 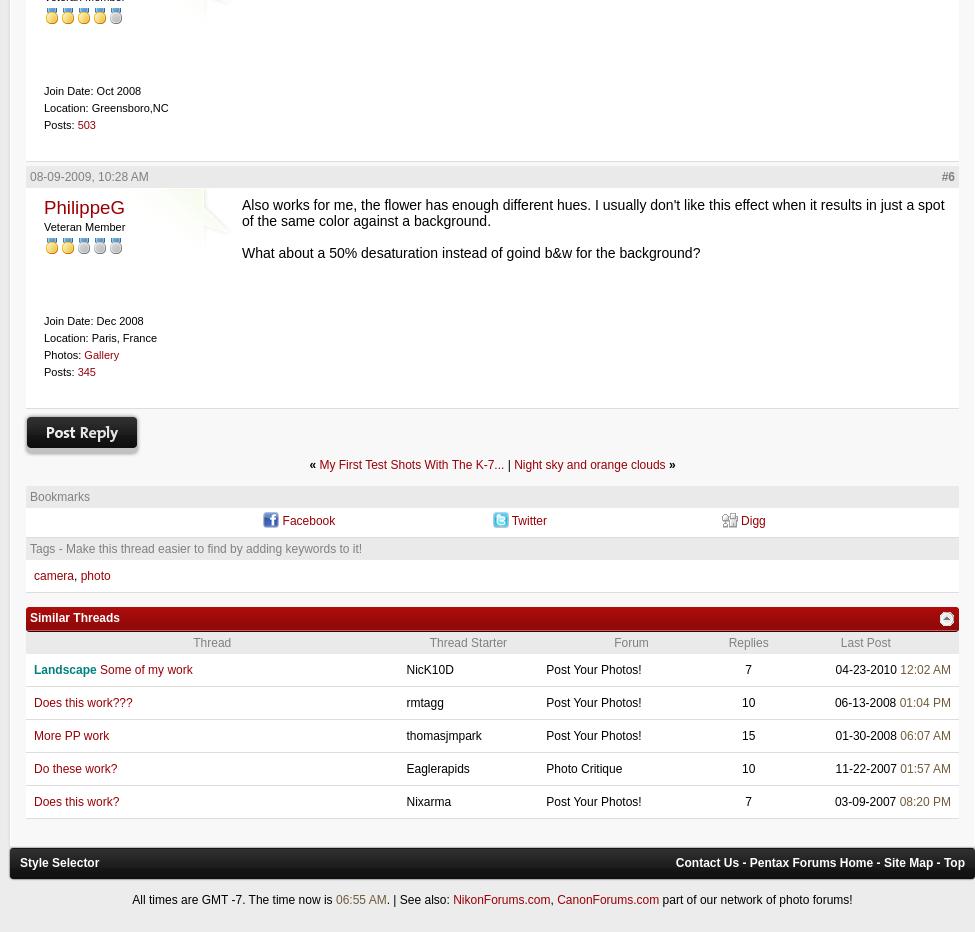 I want to click on '08-09-2009, 10:28 AM', so click(x=30, y=176).